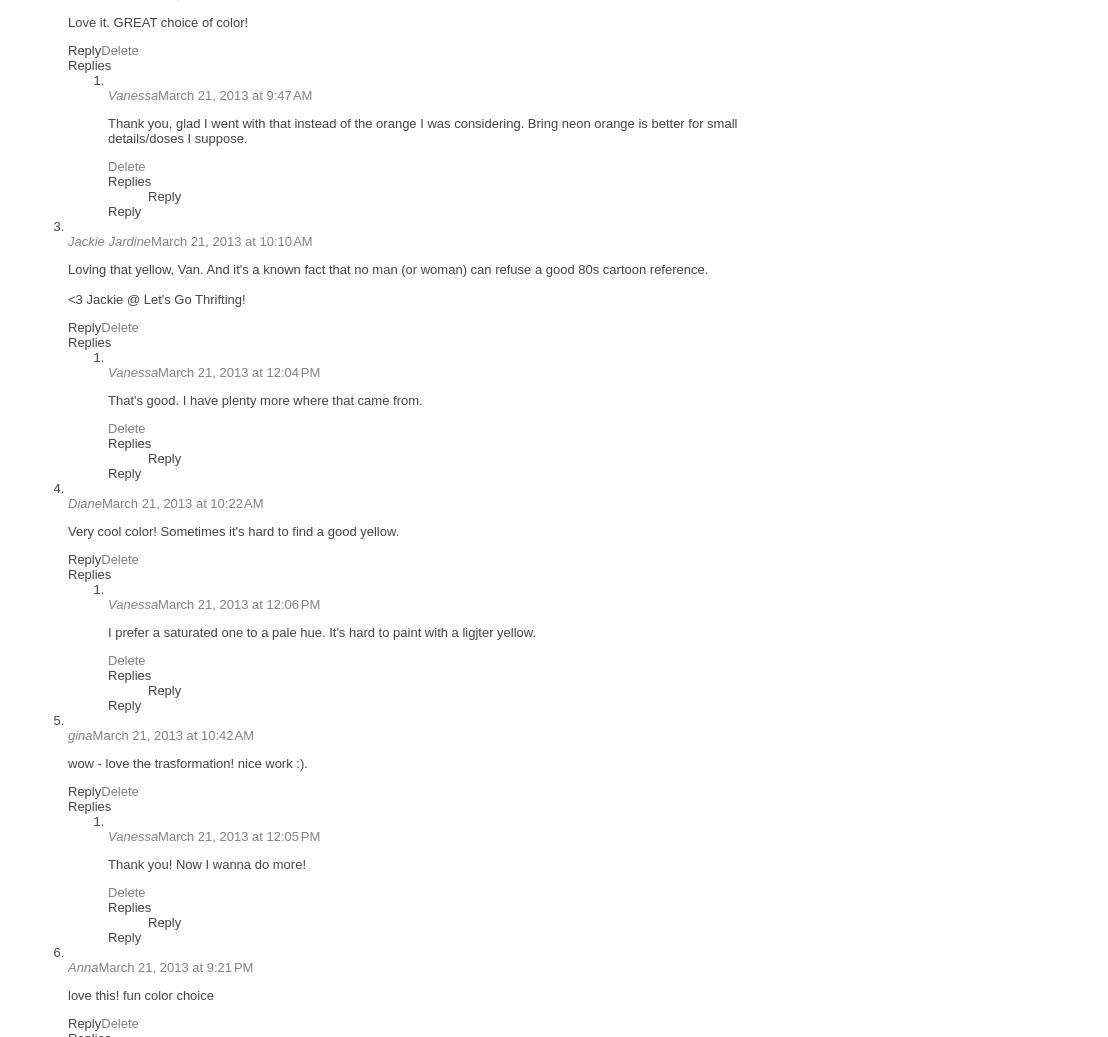 Image resolution: width=1108 pixels, height=1037 pixels. What do you see at coordinates (421, 129) in the screenshot?
I see `'Thank you, glad I went with that instead of the orange I was considering. Bring neon orange is better for small details/doses I suppose.'` at bounding box center [421, 129].